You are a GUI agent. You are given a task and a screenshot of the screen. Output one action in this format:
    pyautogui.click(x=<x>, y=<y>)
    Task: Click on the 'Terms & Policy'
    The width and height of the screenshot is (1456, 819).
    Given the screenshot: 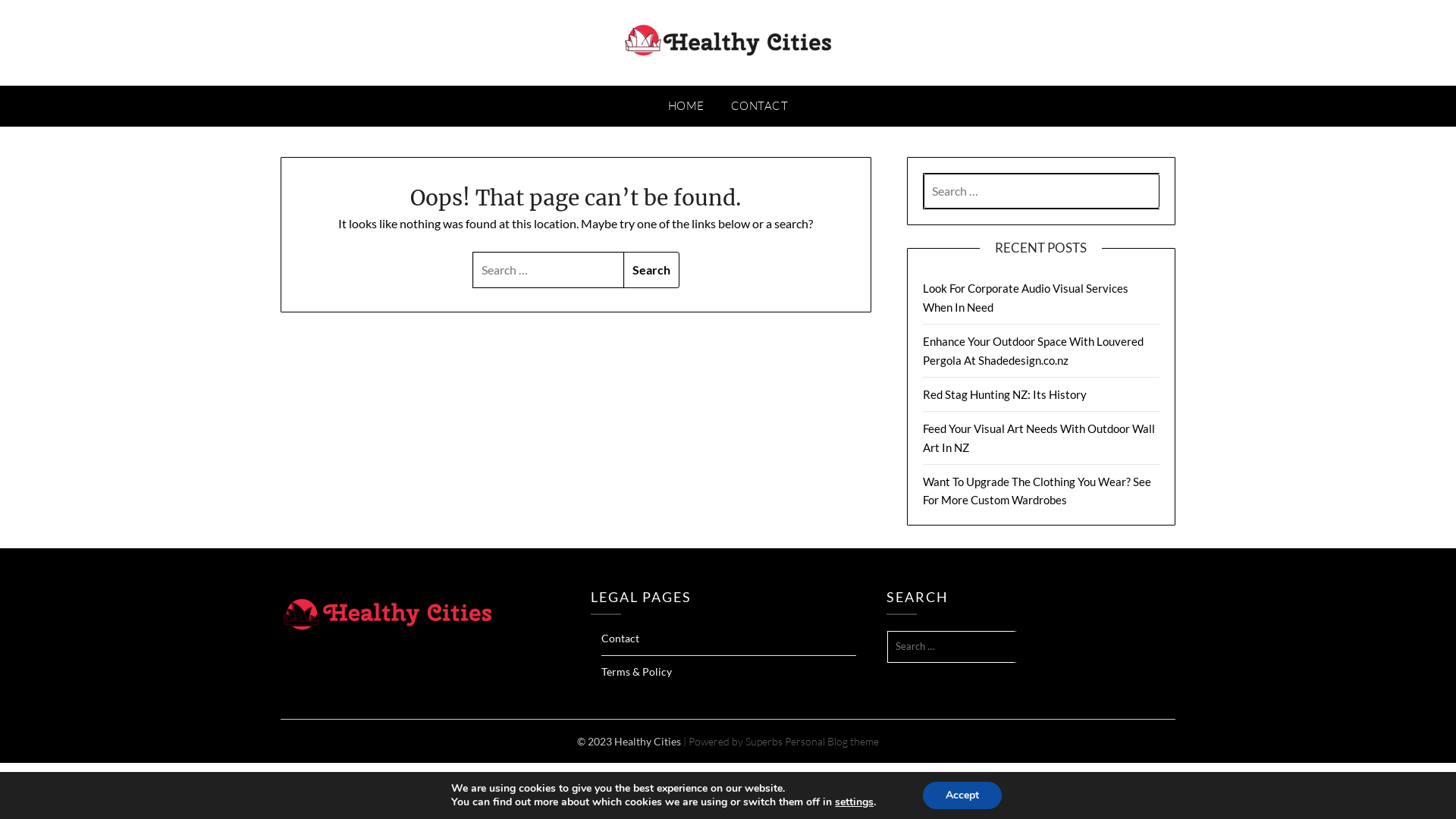 What is the action you would take?
    pyautogui.click(x=636, y=670)
    